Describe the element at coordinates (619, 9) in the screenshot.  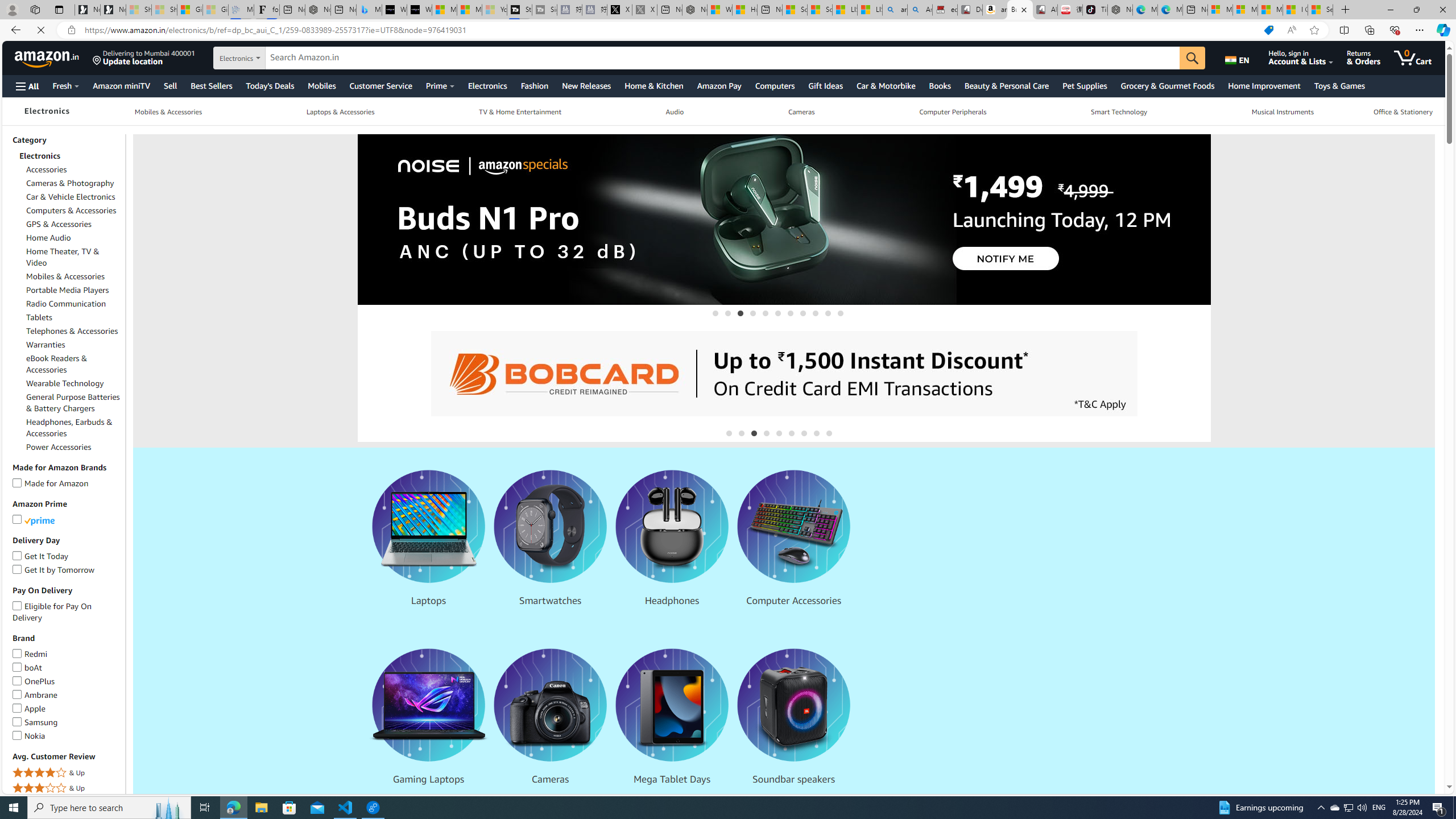
I see `'X'` at that location.